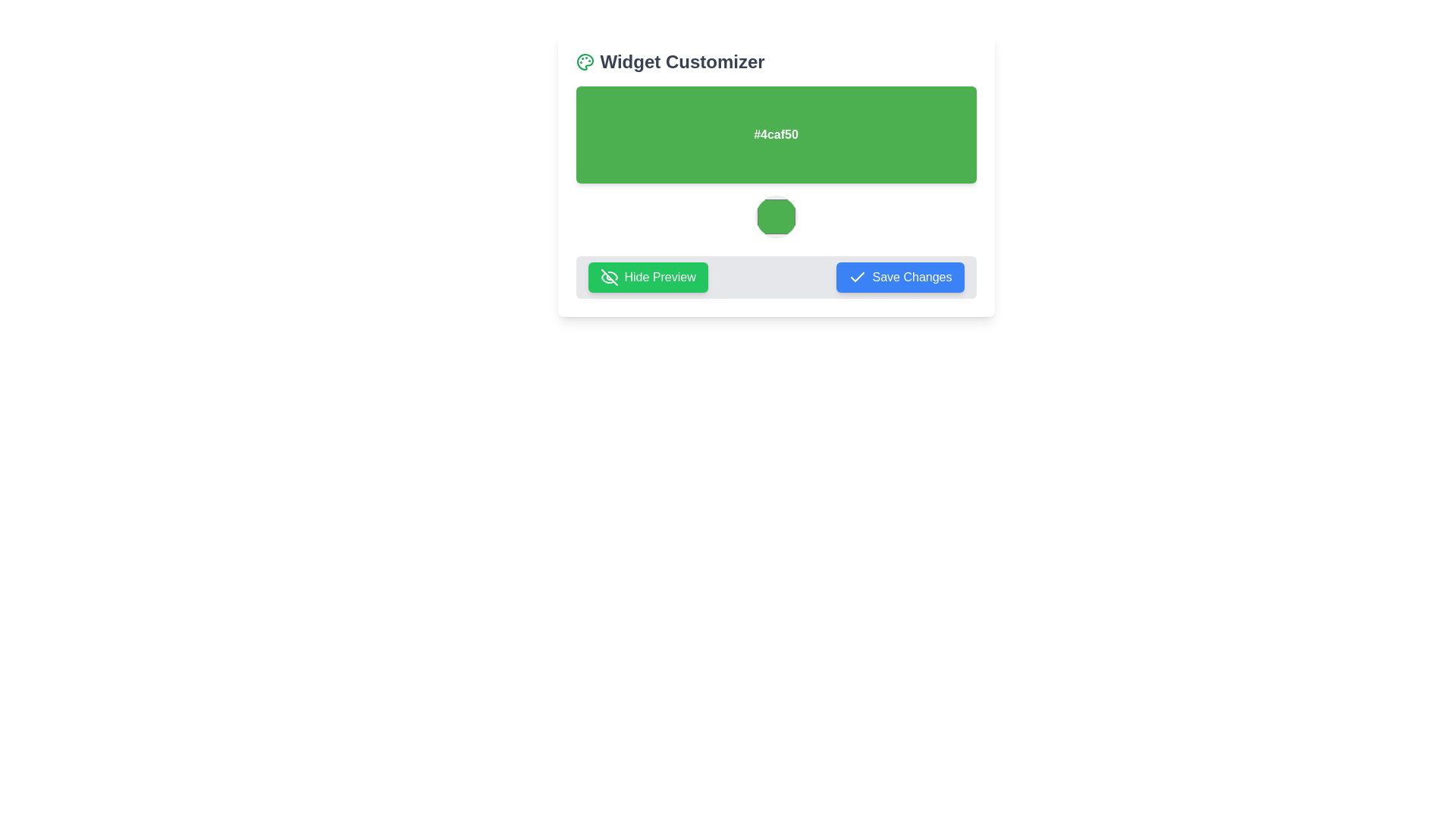 The width and height of the screenshot is (1456, 819). Describe the element at coordinates (584, 61) in the screenshot. I see `the green-colored palette icon located at the top-left corner of the 'Widget Customizer' section, which is the first component on the left above a green rectangular box and next to the label text 'Widget Customizer'` at that location.